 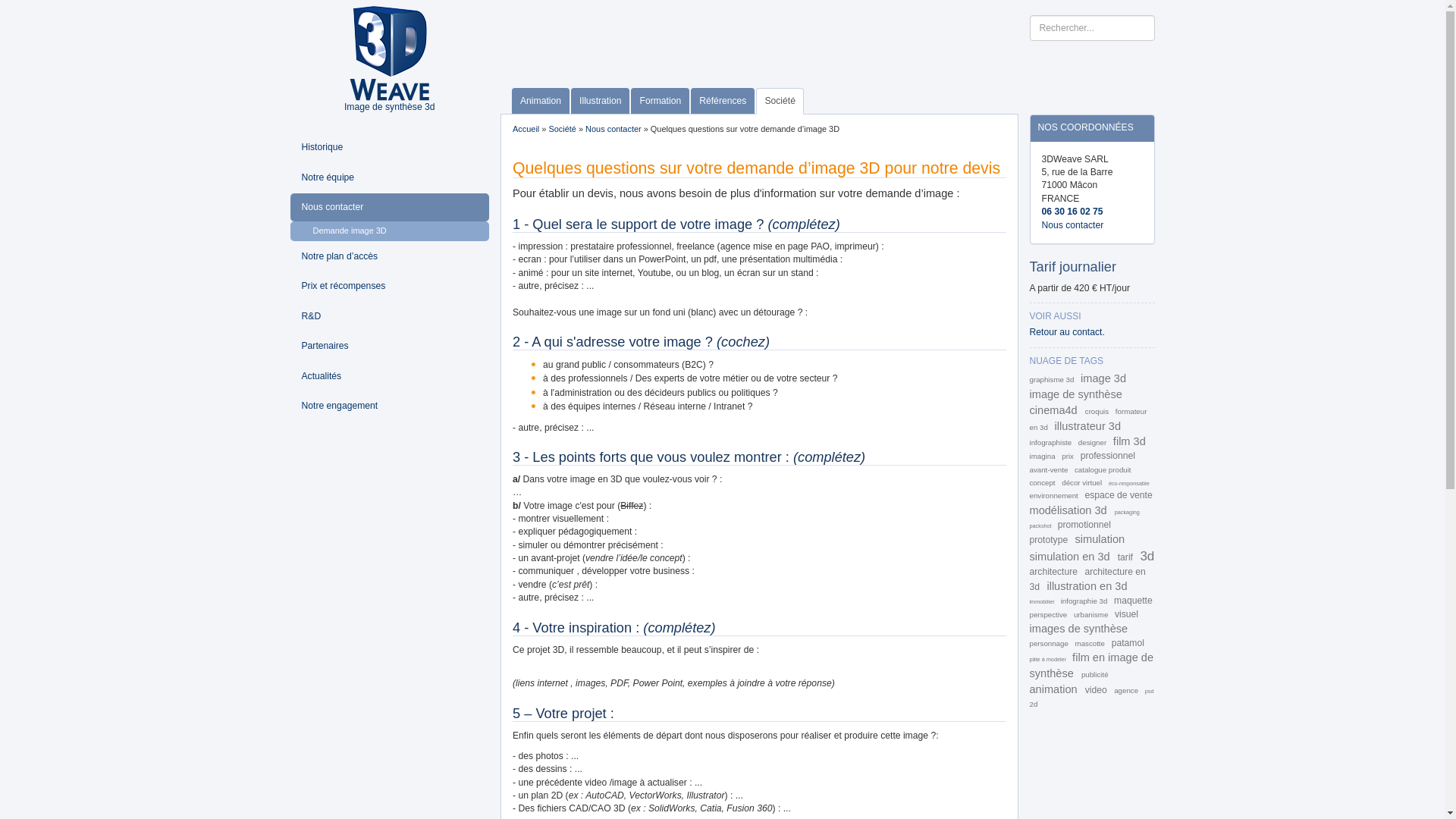 What do you see at coordinates (389, 52) in the screenshot?
I see `'3d Weave'` at bounding box center [389, 52].